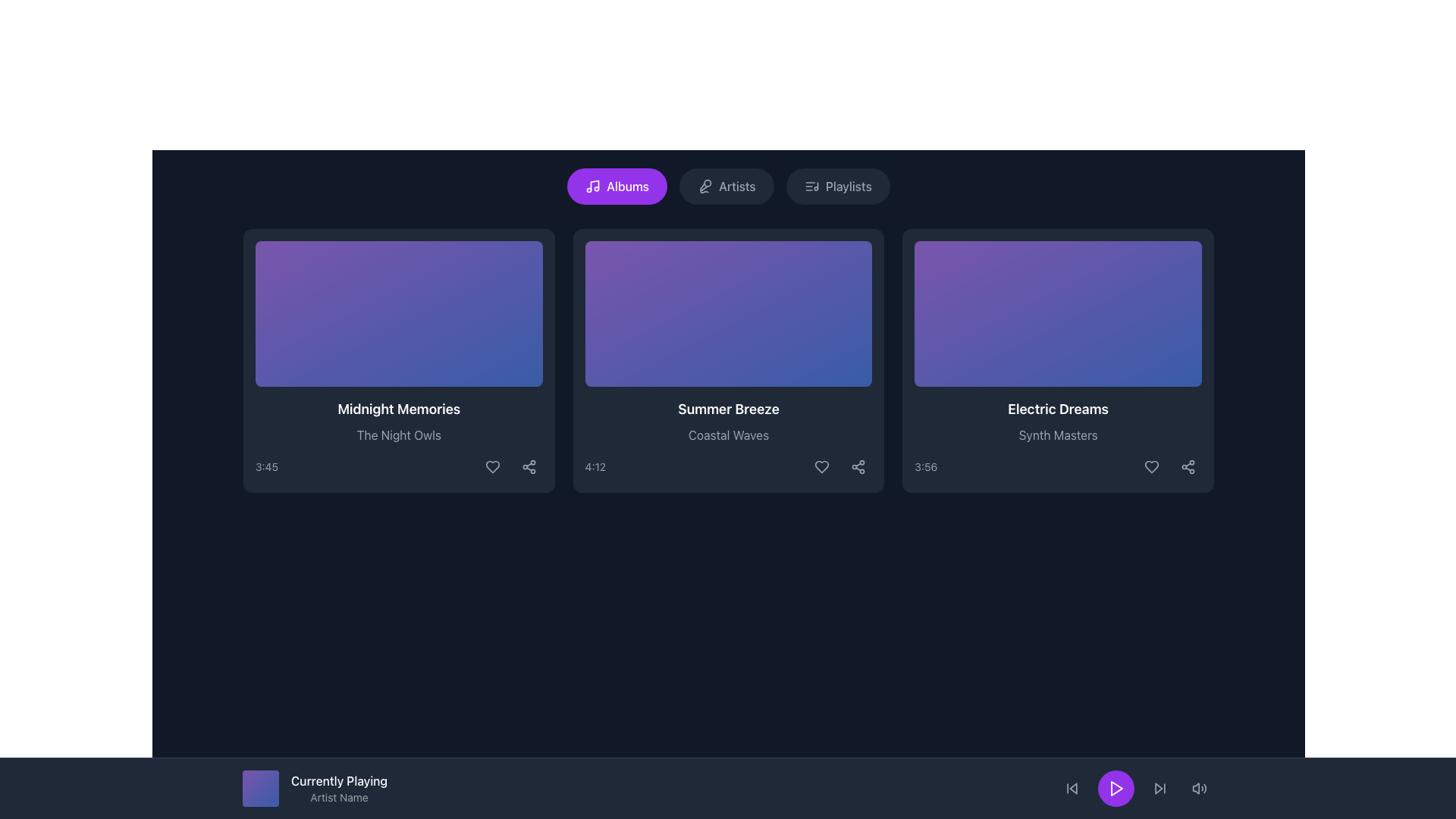  I want to click on the 'Summer Breeze' text label, which is styled in white, bold font, prominently displayed as the title of an item within the second card under the 'Albums' section, so click(728, 409).